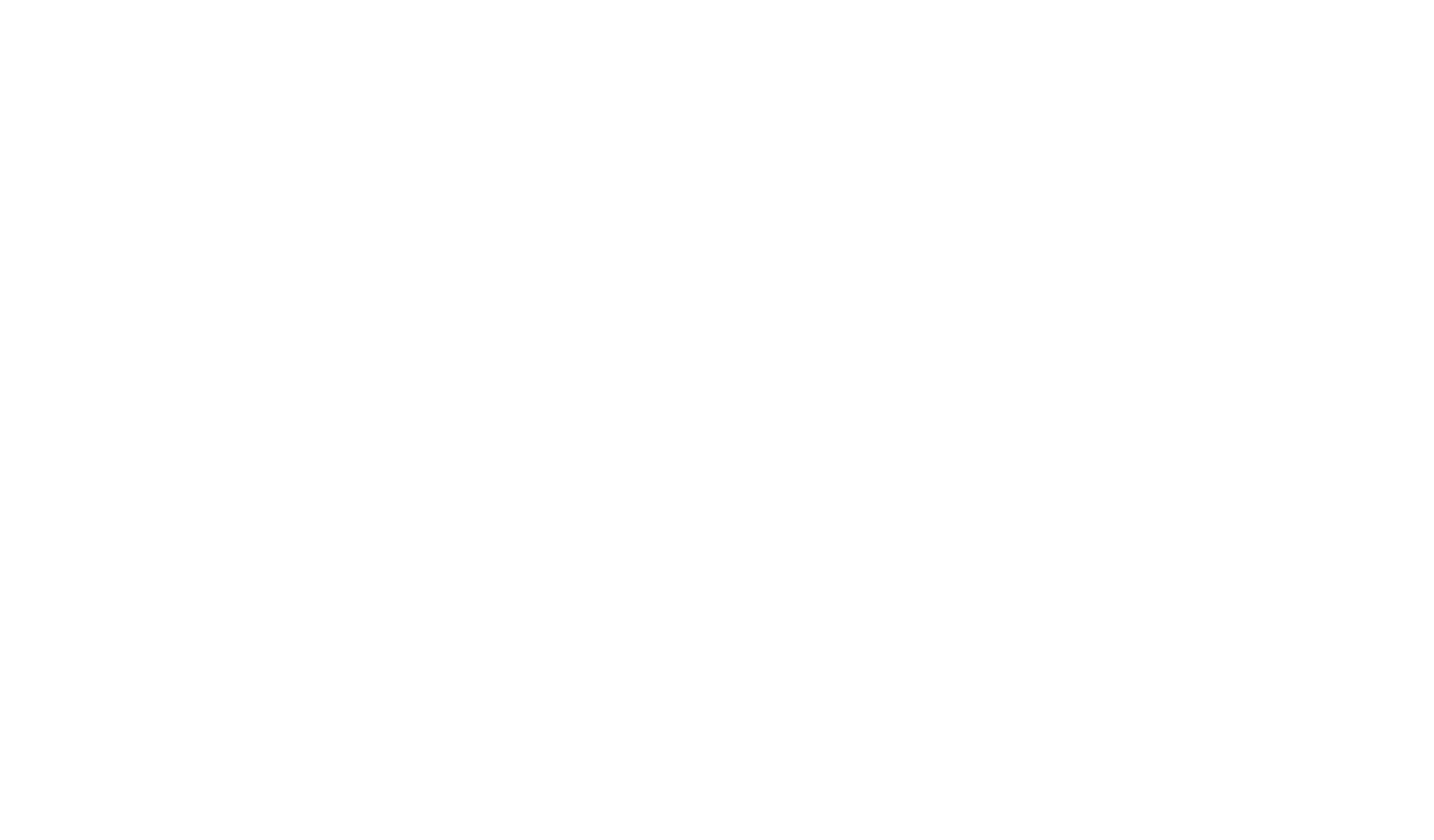  Describe the element at coordinates (573, 500) in the screenshot. I see `'Innovation'` at that location.